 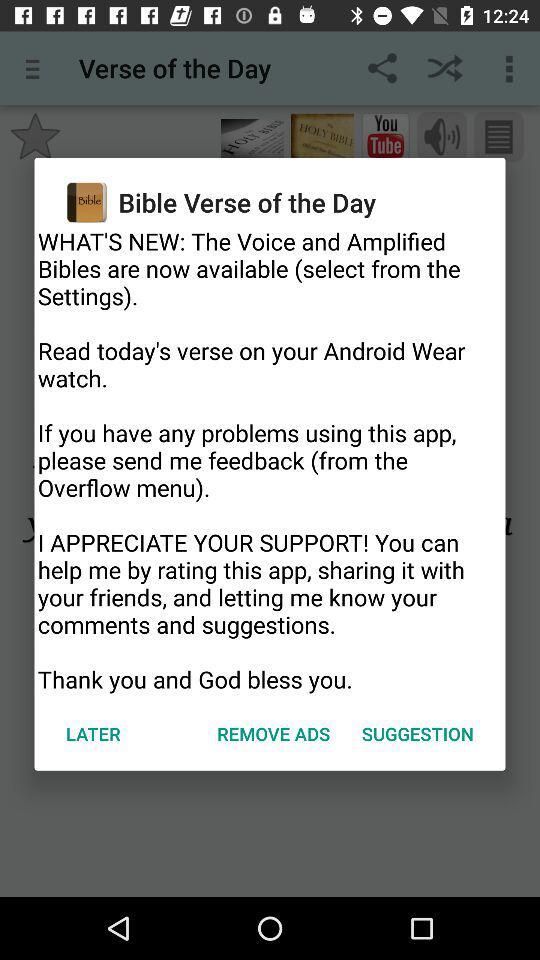 What do you see at coordinates (416, 732) in the screenshot?
I see `the suggestion at the bottom right corner` at bounding box center [416, 732].